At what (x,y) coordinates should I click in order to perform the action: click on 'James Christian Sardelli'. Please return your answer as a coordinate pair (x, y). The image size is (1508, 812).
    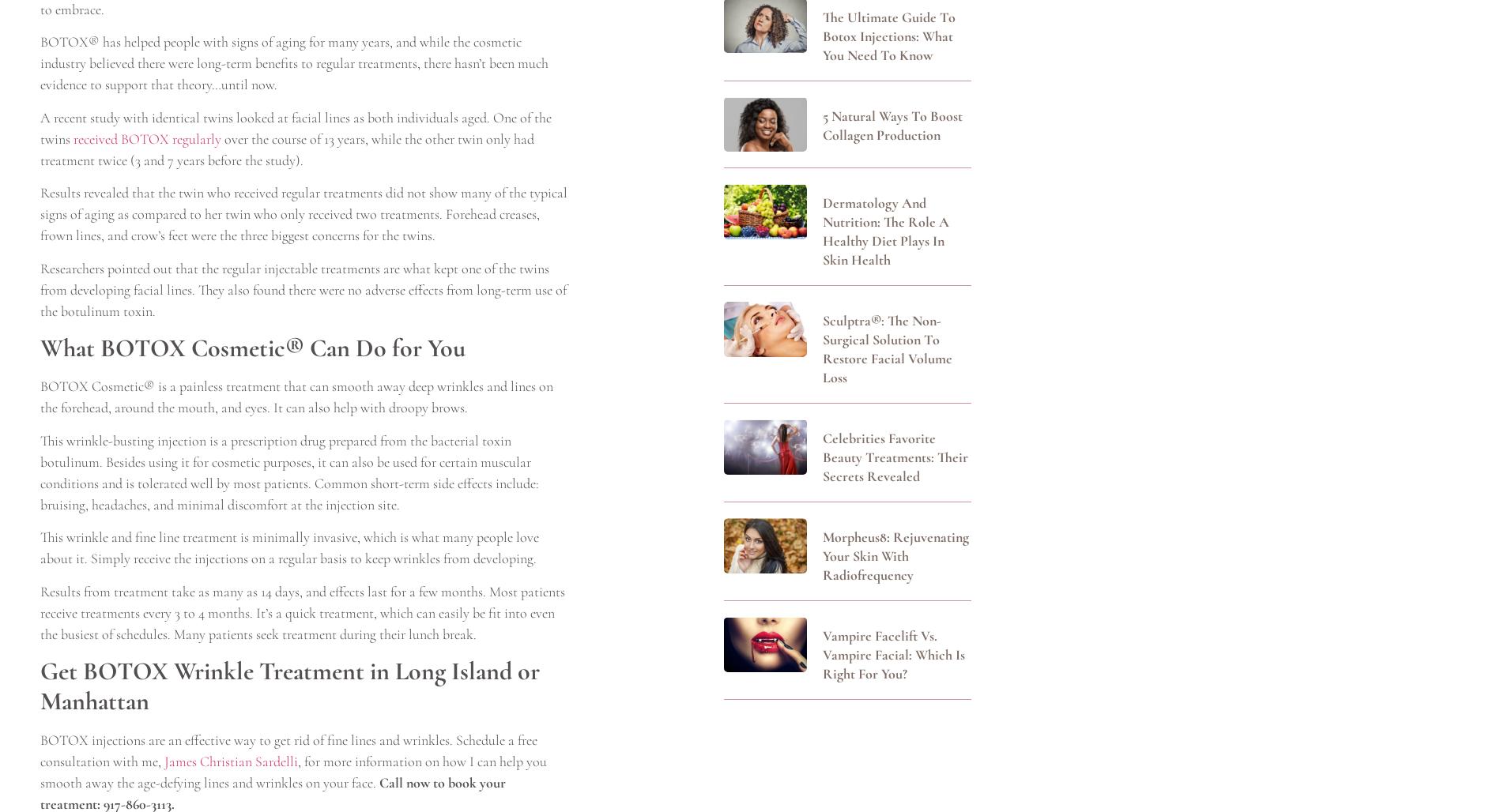
    Looking at the image, I should click on (231, 761).